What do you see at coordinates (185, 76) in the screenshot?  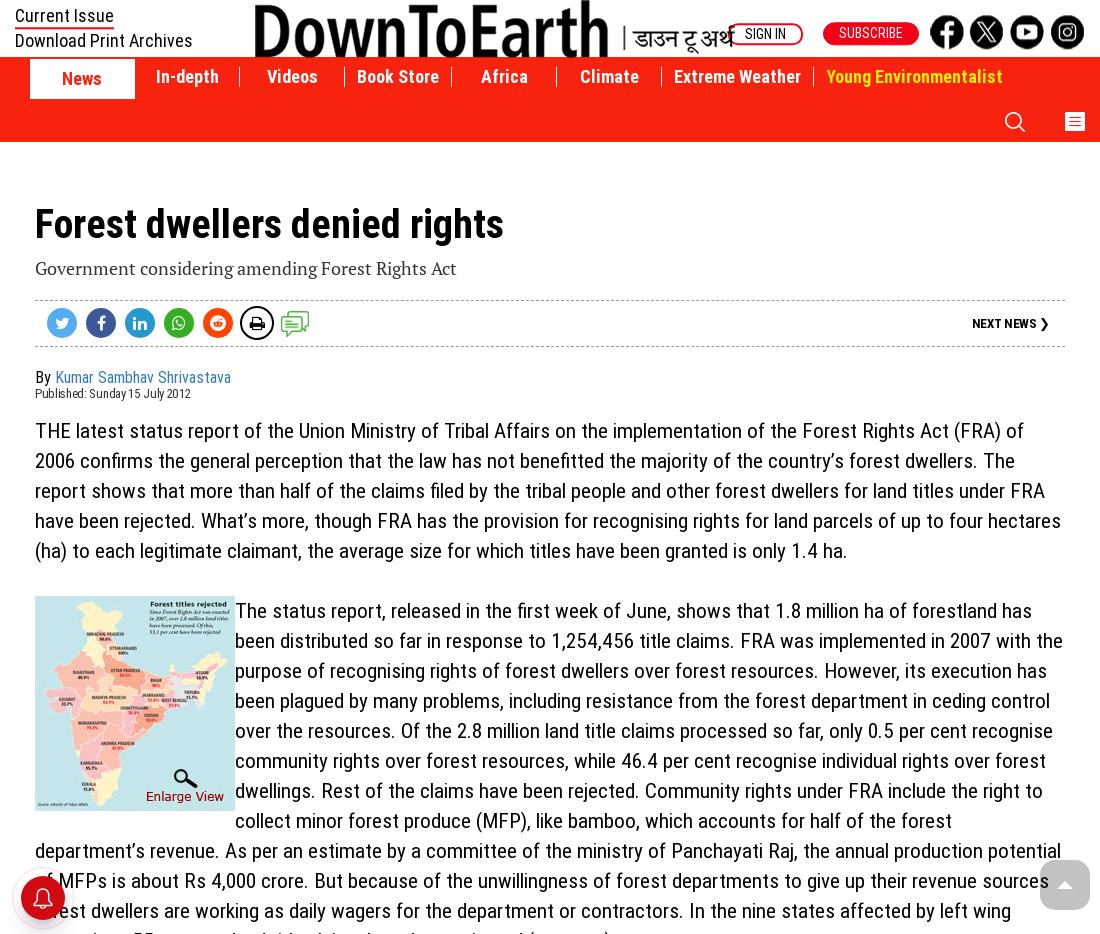 I see `'In-depth'` at bounding box center [185, 76].